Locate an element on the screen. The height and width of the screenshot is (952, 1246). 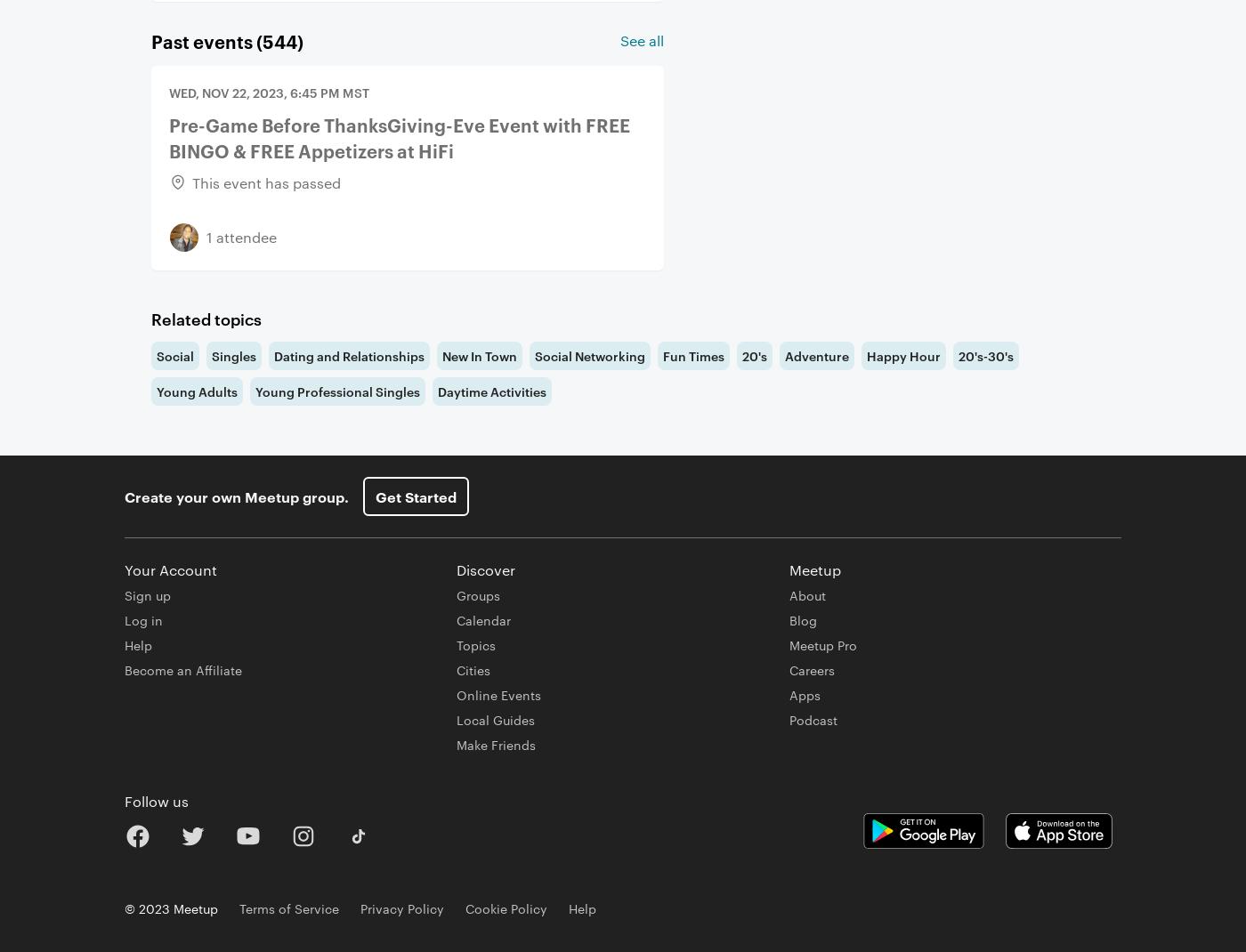
'Pre-Game Before ThanksGiving-Eve Event with FREE BINGO & FREE Appetizers at HiFi' is located at coordinates (399, 137).